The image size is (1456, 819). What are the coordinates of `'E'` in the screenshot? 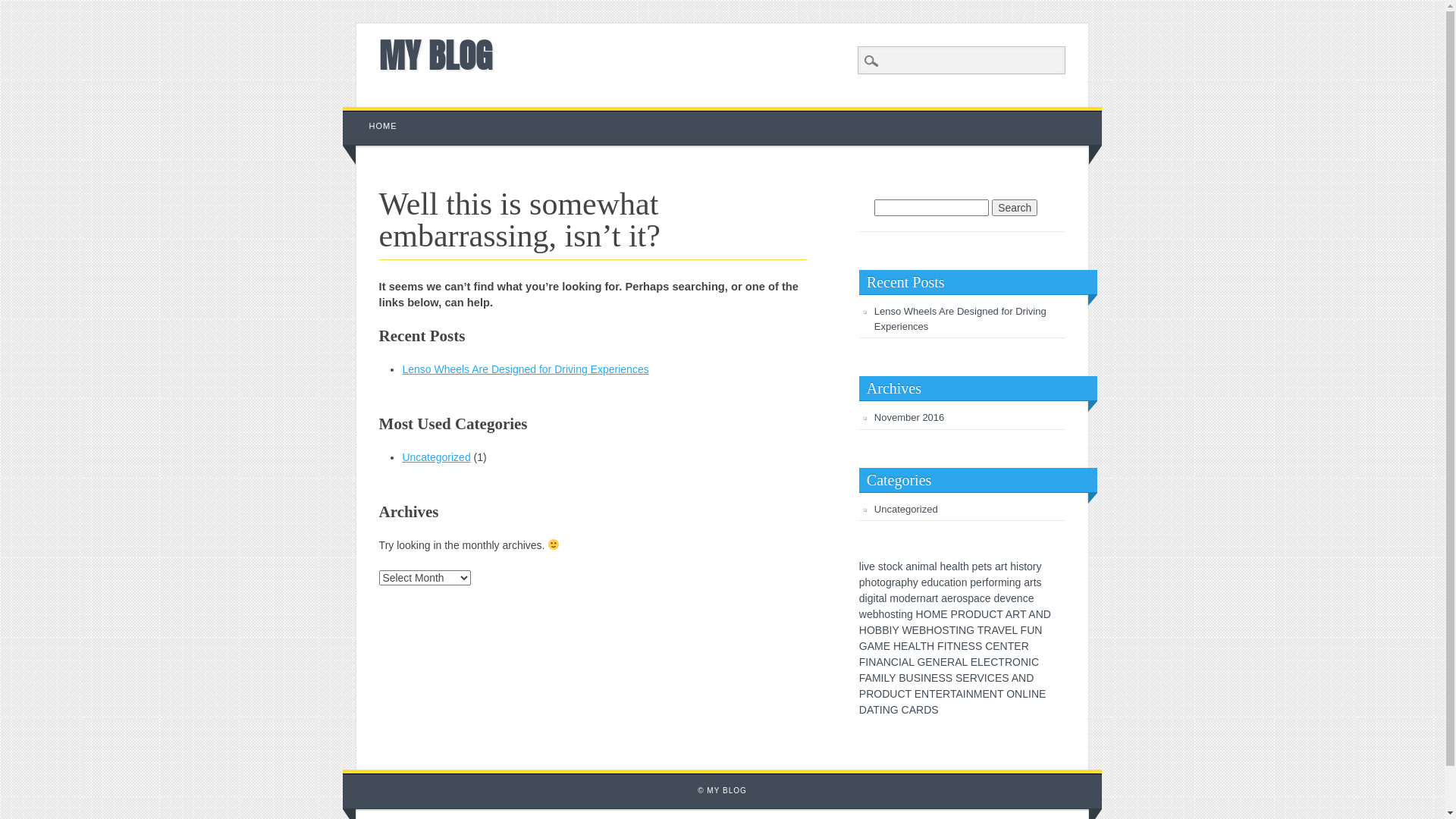 It's located at (1017, 646).